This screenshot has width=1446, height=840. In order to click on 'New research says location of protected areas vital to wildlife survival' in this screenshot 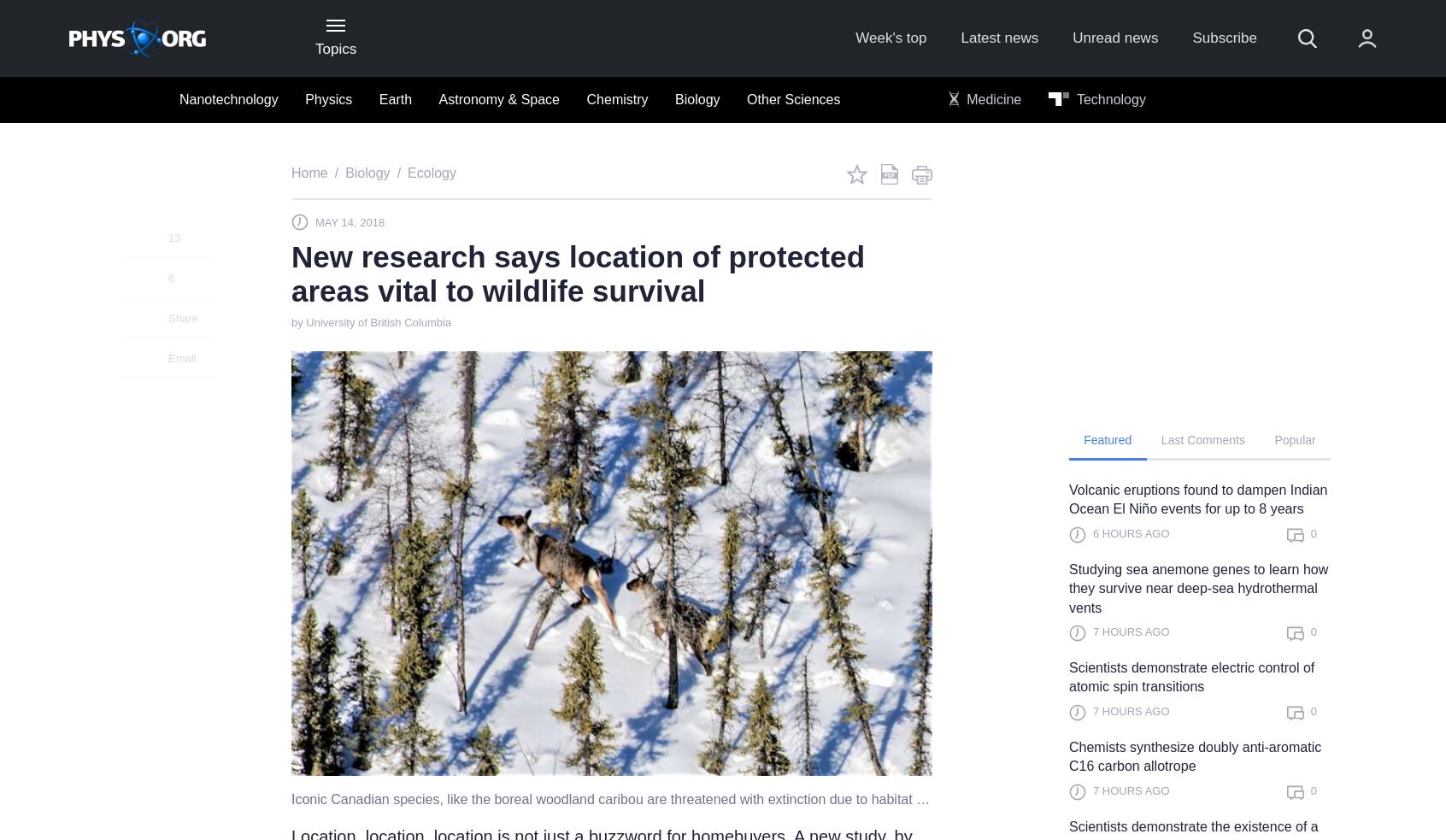, I will do `click(578, 273)`.